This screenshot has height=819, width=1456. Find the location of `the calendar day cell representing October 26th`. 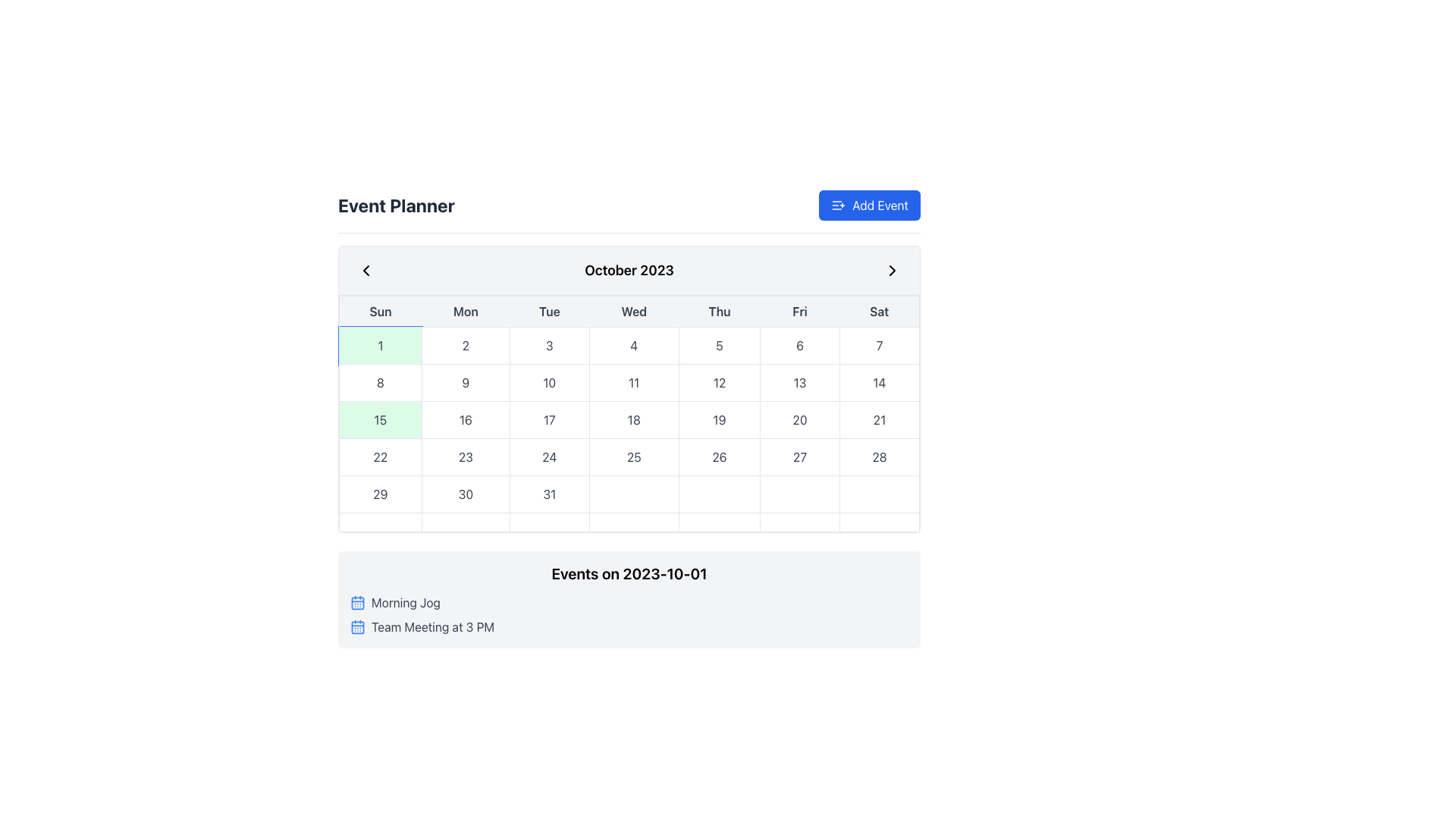

the calendar day cell representing October 26th is located at coordinates (719, 456).